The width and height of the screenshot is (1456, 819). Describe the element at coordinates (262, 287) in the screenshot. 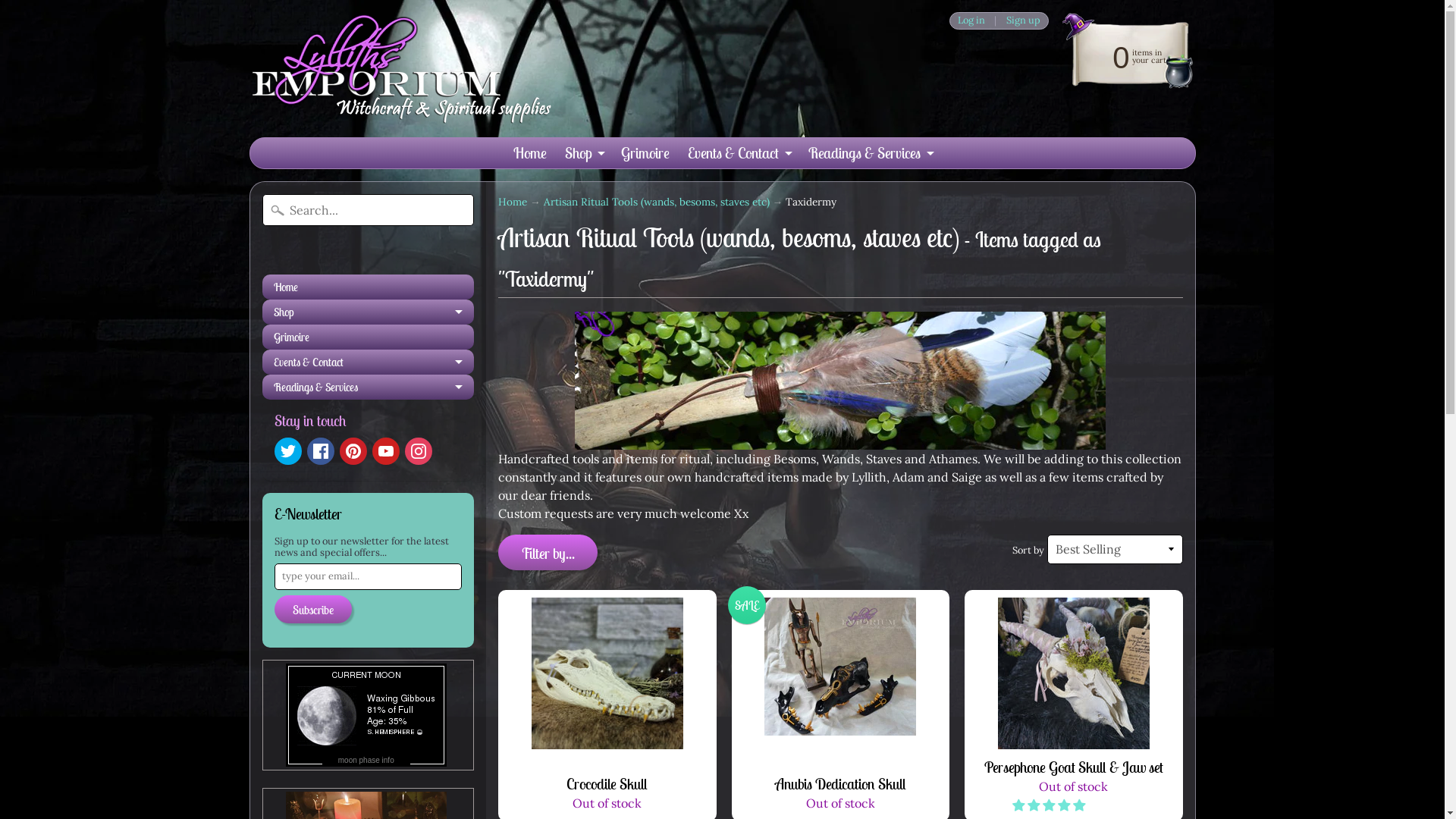

I see `'Home'` at that location.